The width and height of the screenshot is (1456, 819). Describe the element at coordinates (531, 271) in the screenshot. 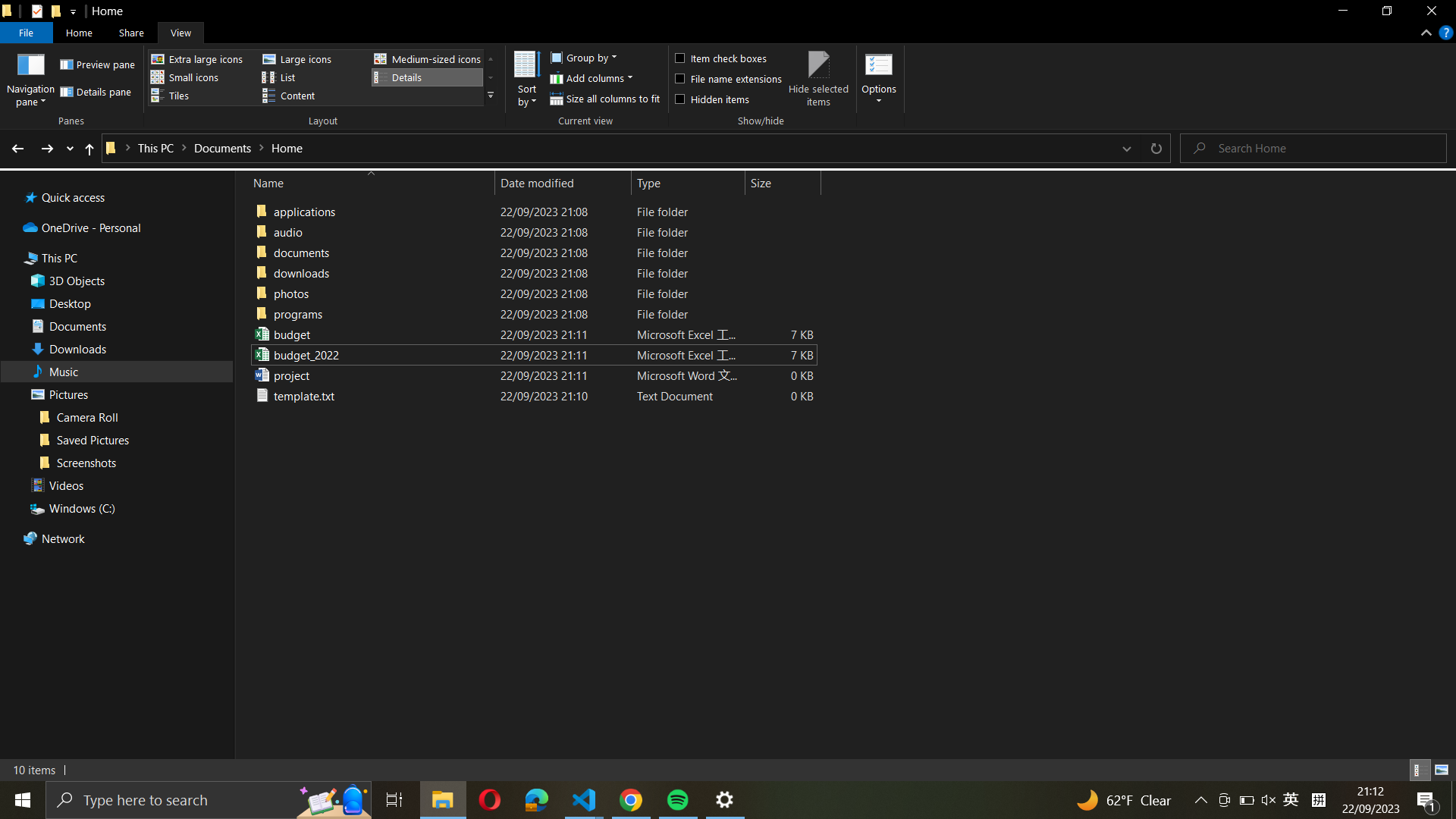

I see `Arrange the files in the "documents" folder alphabetical order` at that location.